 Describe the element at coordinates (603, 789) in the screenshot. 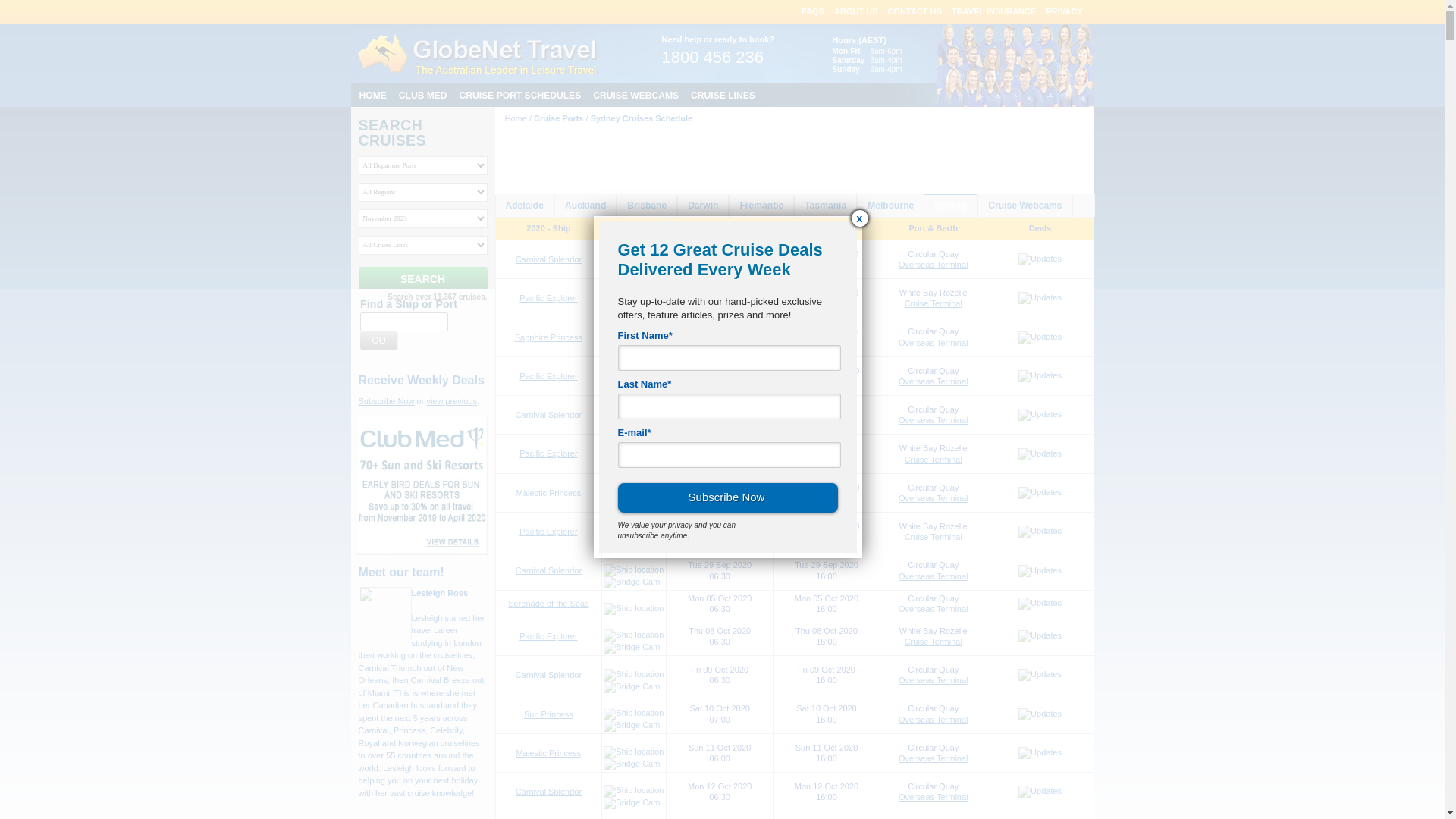

I see `'Ship location'` at that location.